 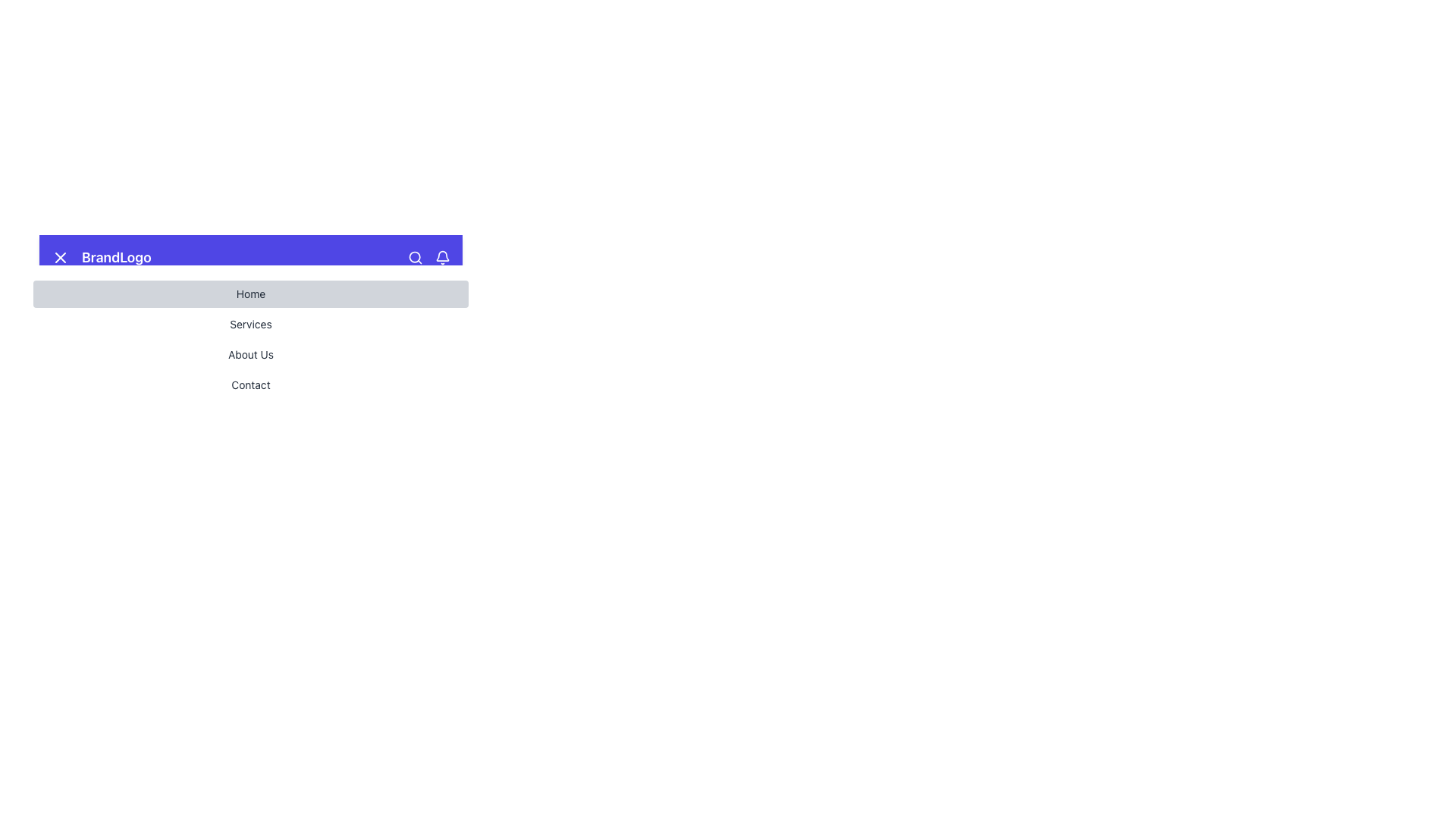 What do you see at coordinates (115, 256) in the screenshot?
I see `the static text element displaying the brand name or logo located in the left half of the purple header bar` at bounding box center [115, 256].